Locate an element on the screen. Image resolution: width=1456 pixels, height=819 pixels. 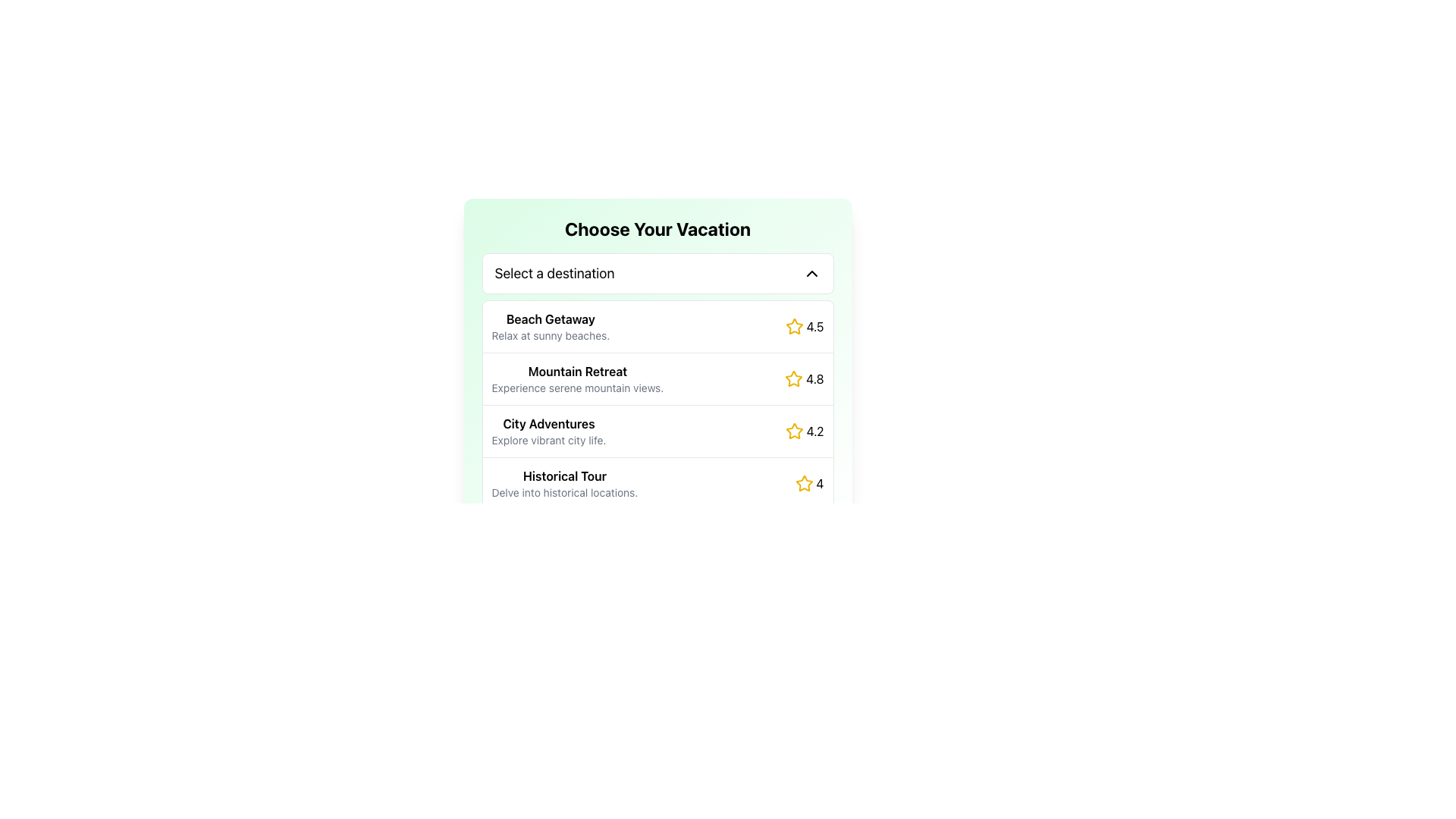
subtitle text label that provides supporting information for the 'City Adventures' header, located directly below it is located at coordinates (548, 441).